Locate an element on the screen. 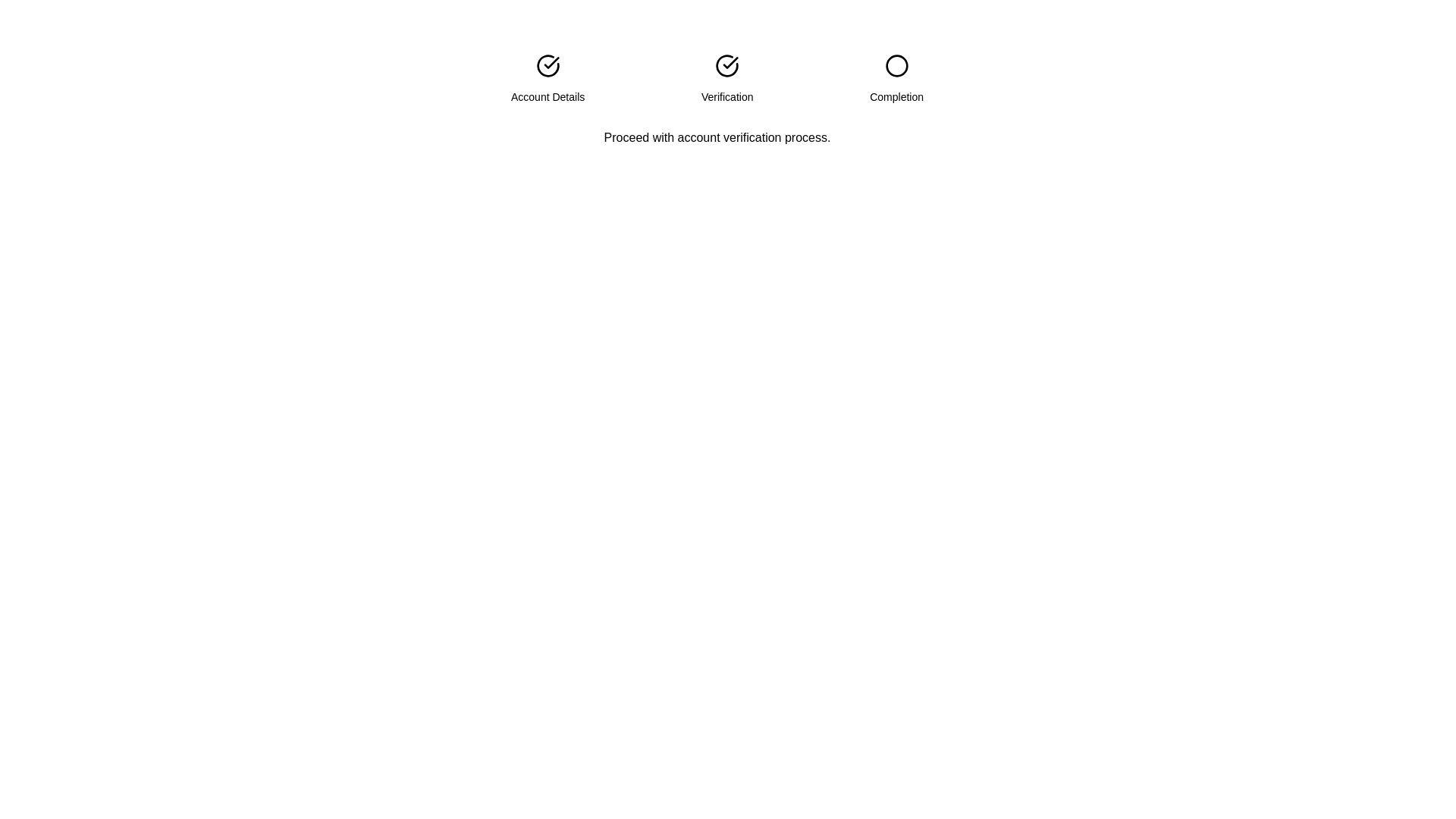  the 'Account Details' text label is located at coordinates (547, 79).